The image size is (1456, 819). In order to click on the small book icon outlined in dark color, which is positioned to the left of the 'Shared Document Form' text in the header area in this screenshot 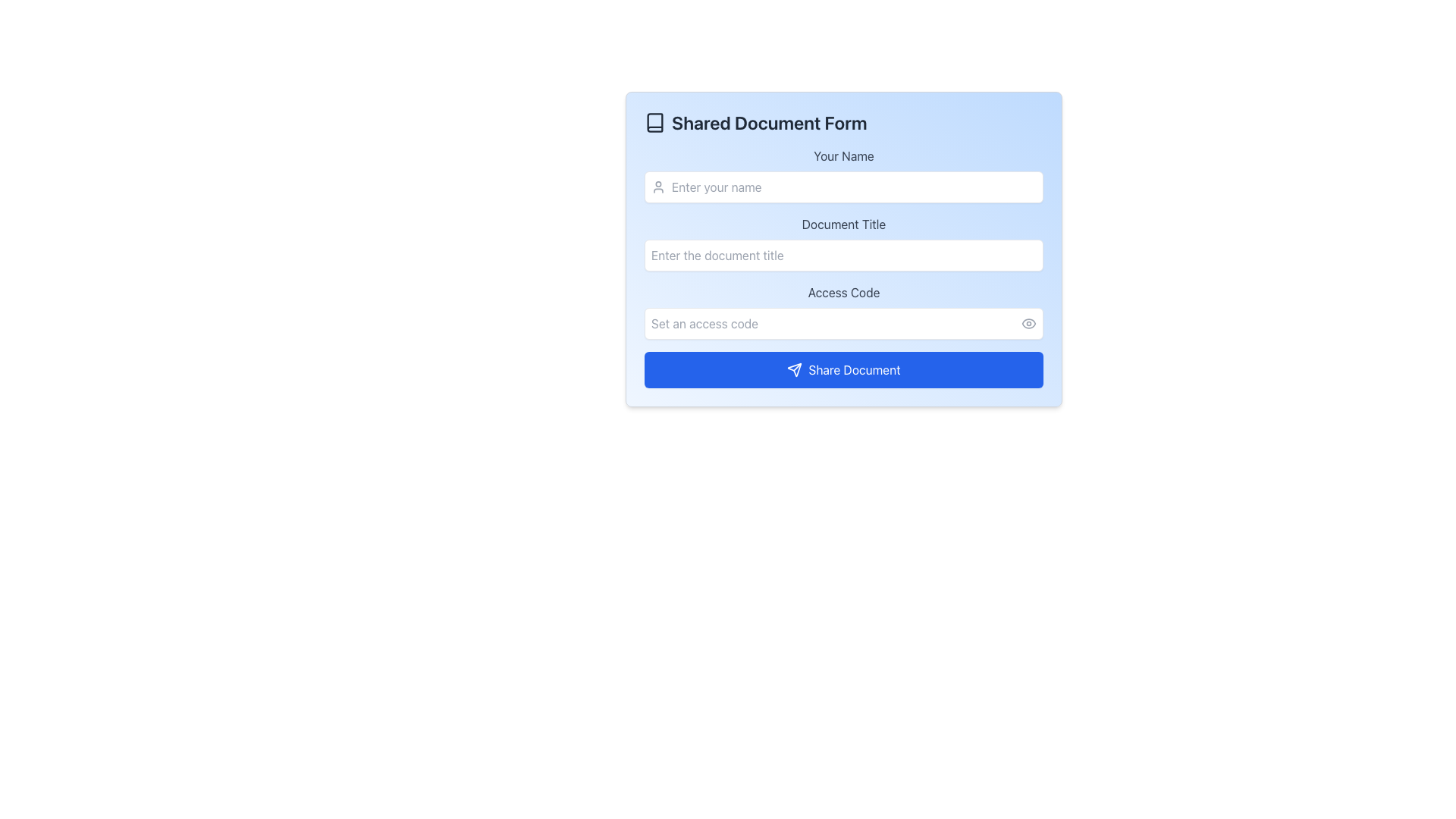, I will do `click(655, 122)`.